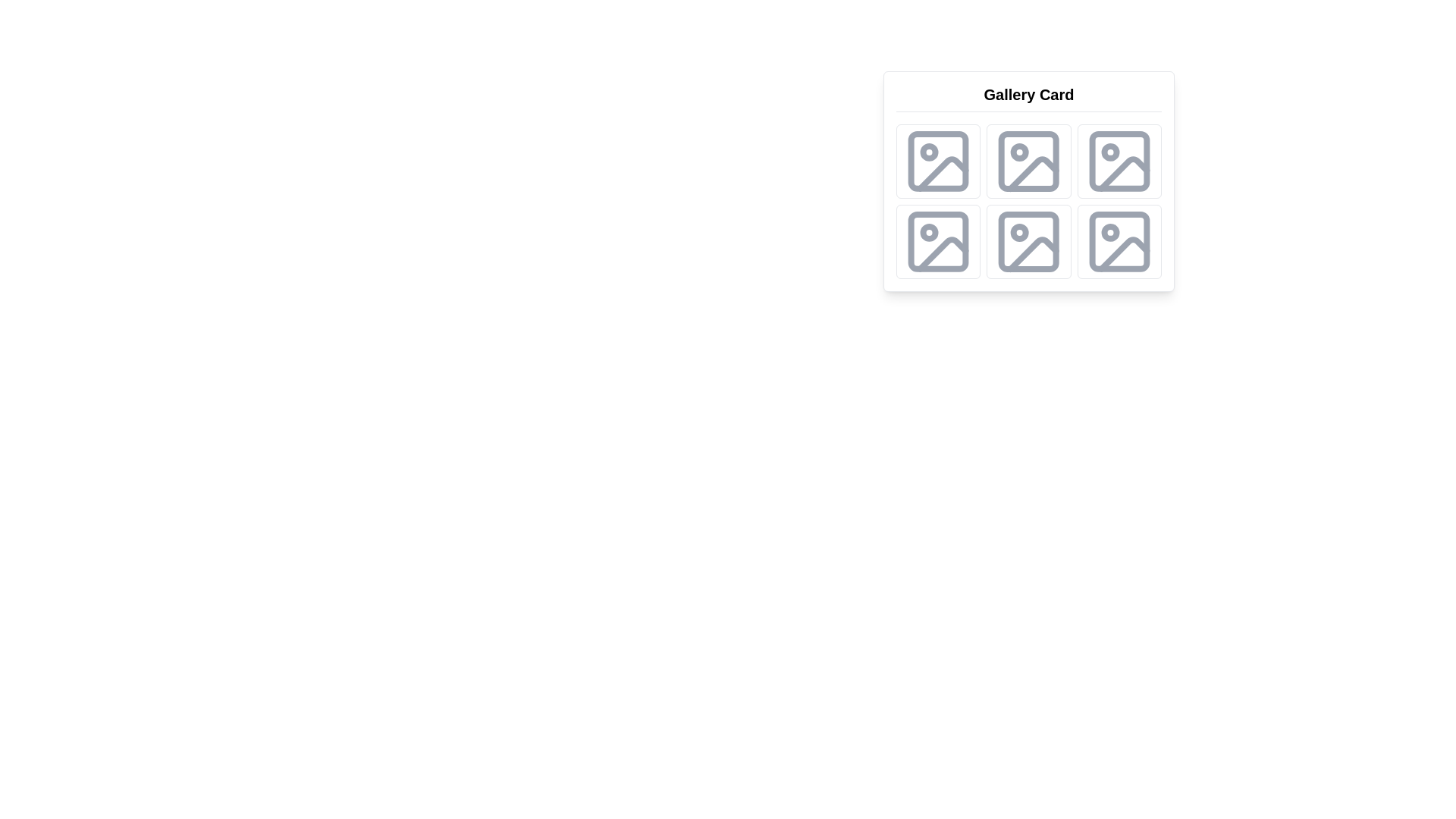 The height and width of the screenshot is (819, 1456). I want to click on the SVG icon representing an image placeholder with a rectangular frame and stylized mountain-like shape in the 'Gallery Card' interface to observe the color change from light gray to blue, so click(937, 161).